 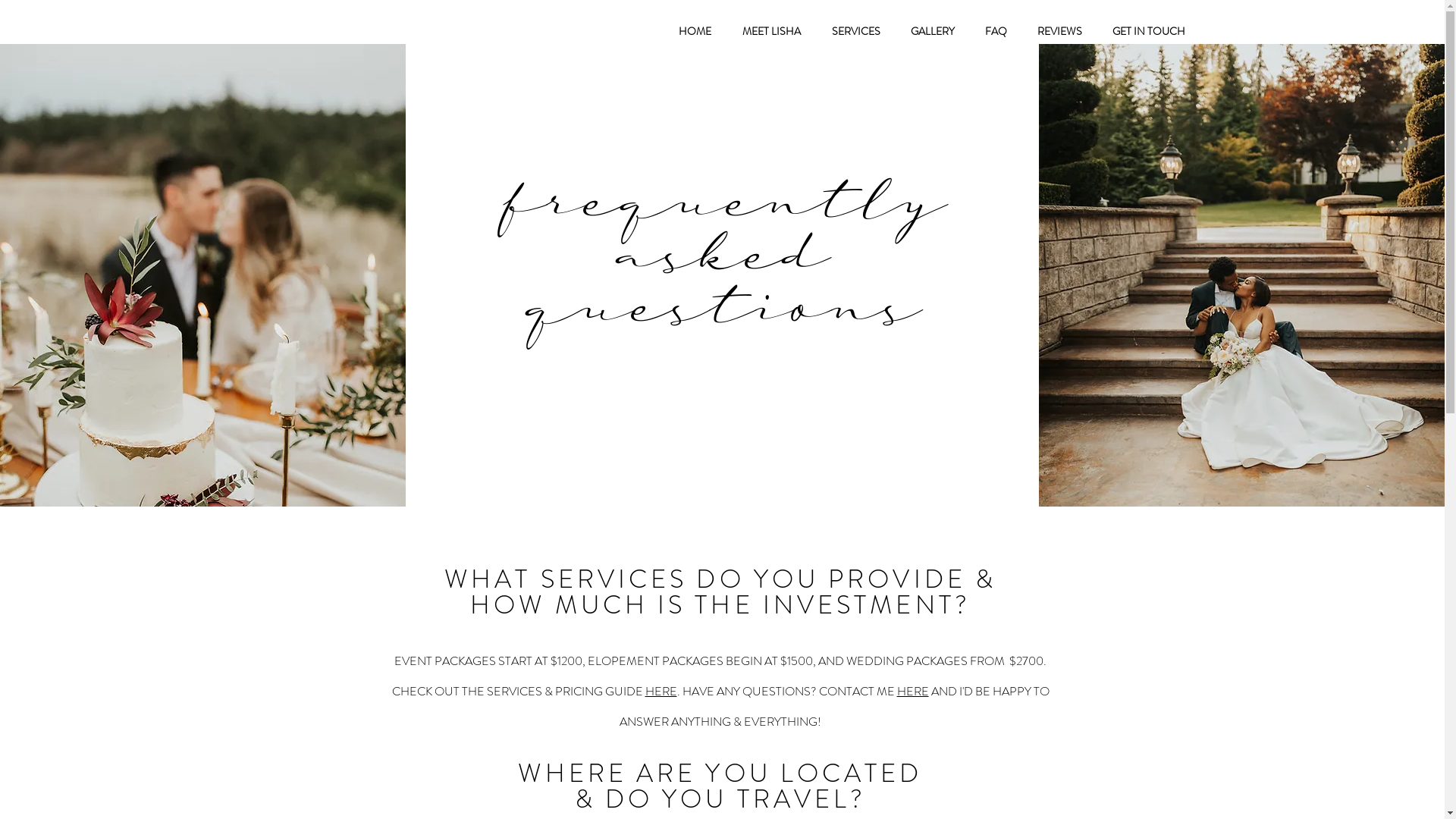 What do you see at coordinates (676, 691) in the screenshot?
I see `'.'` at bounding box center [676, 691].